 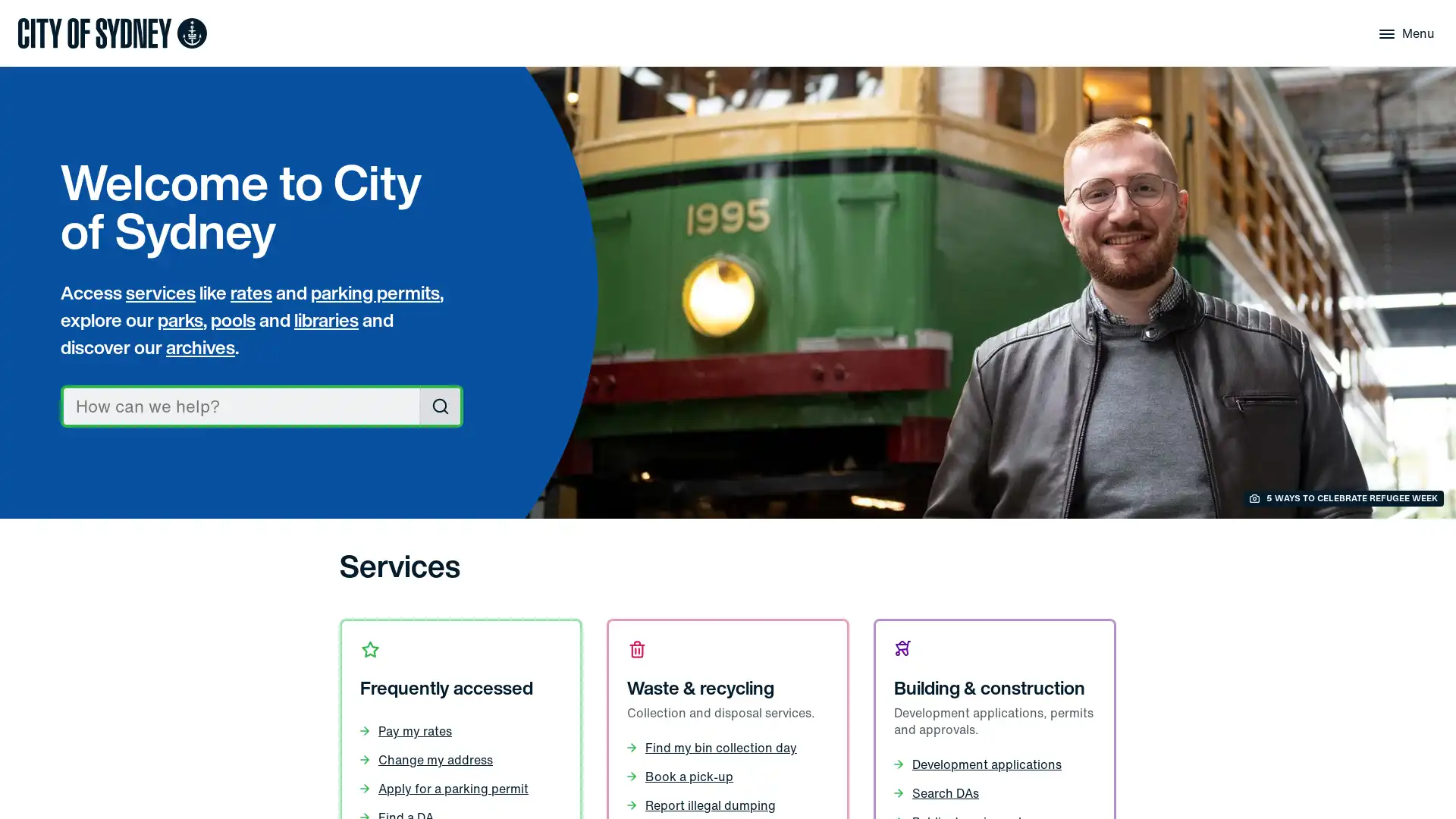 What do you see at coordinates (1343, 498) in the screenshot?
I see `Toggle image caption` at bounding box center [1343, 498].